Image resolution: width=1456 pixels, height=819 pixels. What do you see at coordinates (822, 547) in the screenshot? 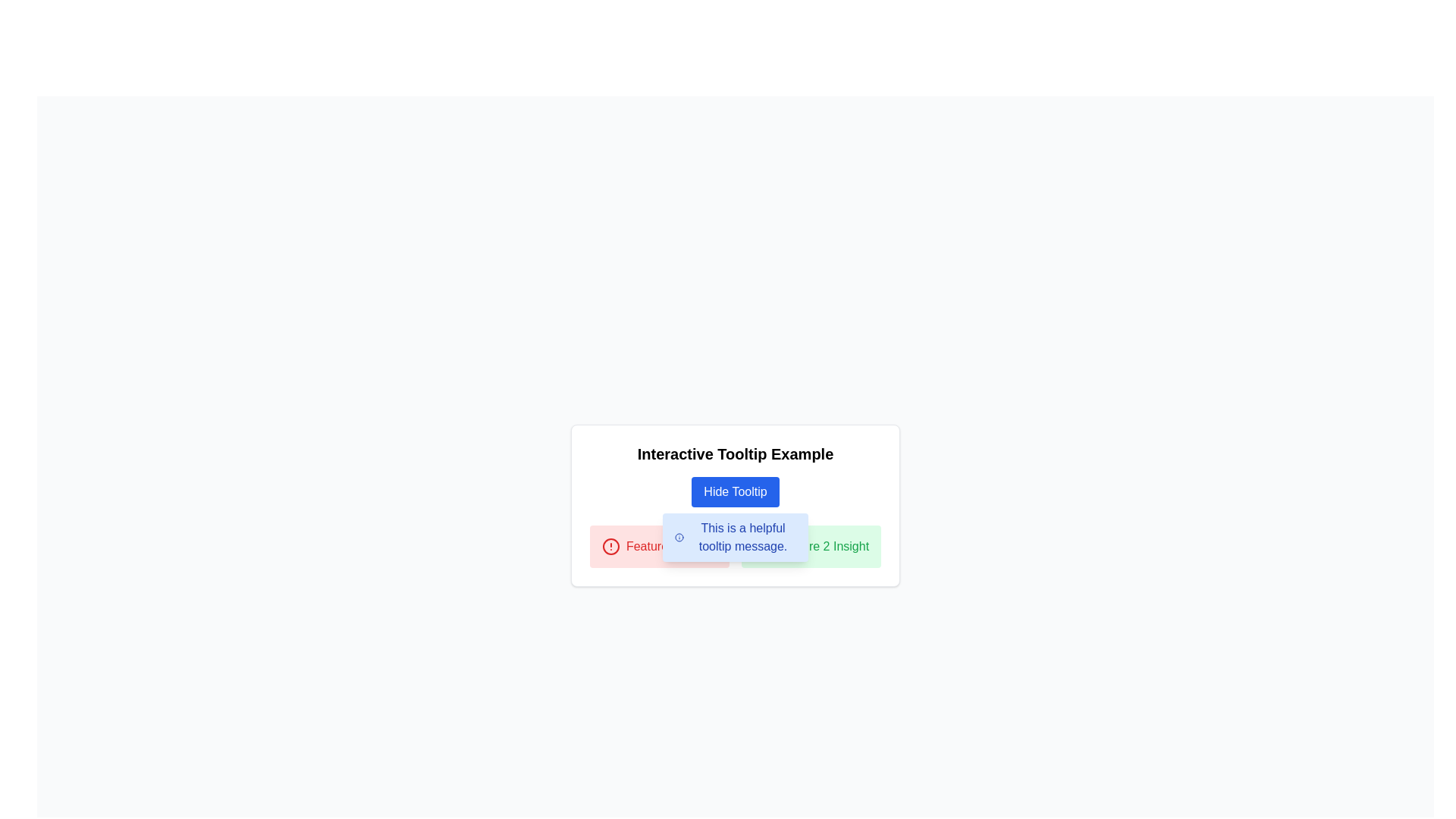
I see `the green-styled text label reading 'Feature 2 Insight', located between a tooltip and a larger blue button` at bounding box center [822, 547].